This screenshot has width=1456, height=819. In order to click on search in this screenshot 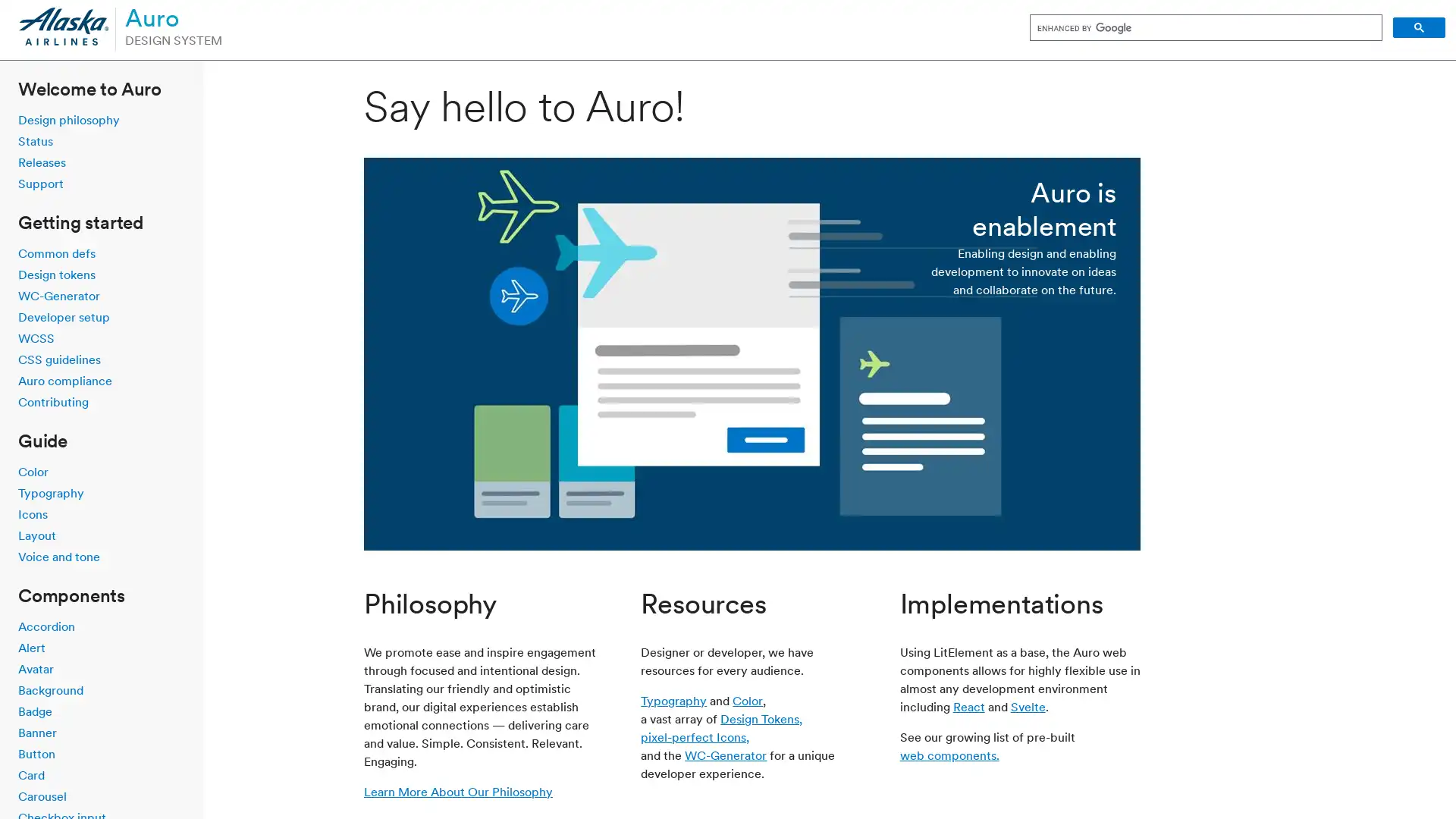, I will do `click(1418, 27)`.